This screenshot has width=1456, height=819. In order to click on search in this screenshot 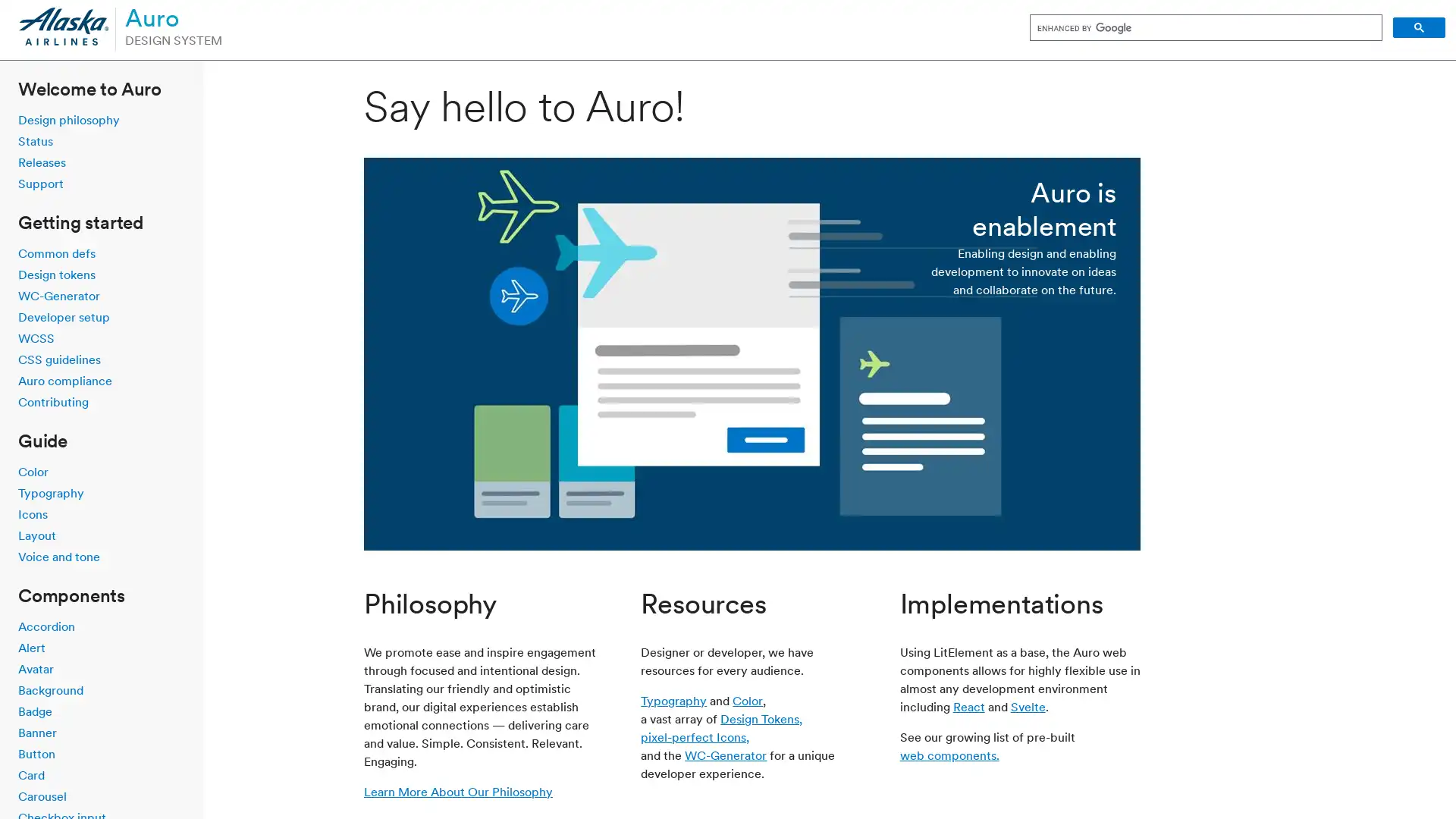, I will do `click(1418, 27)`.